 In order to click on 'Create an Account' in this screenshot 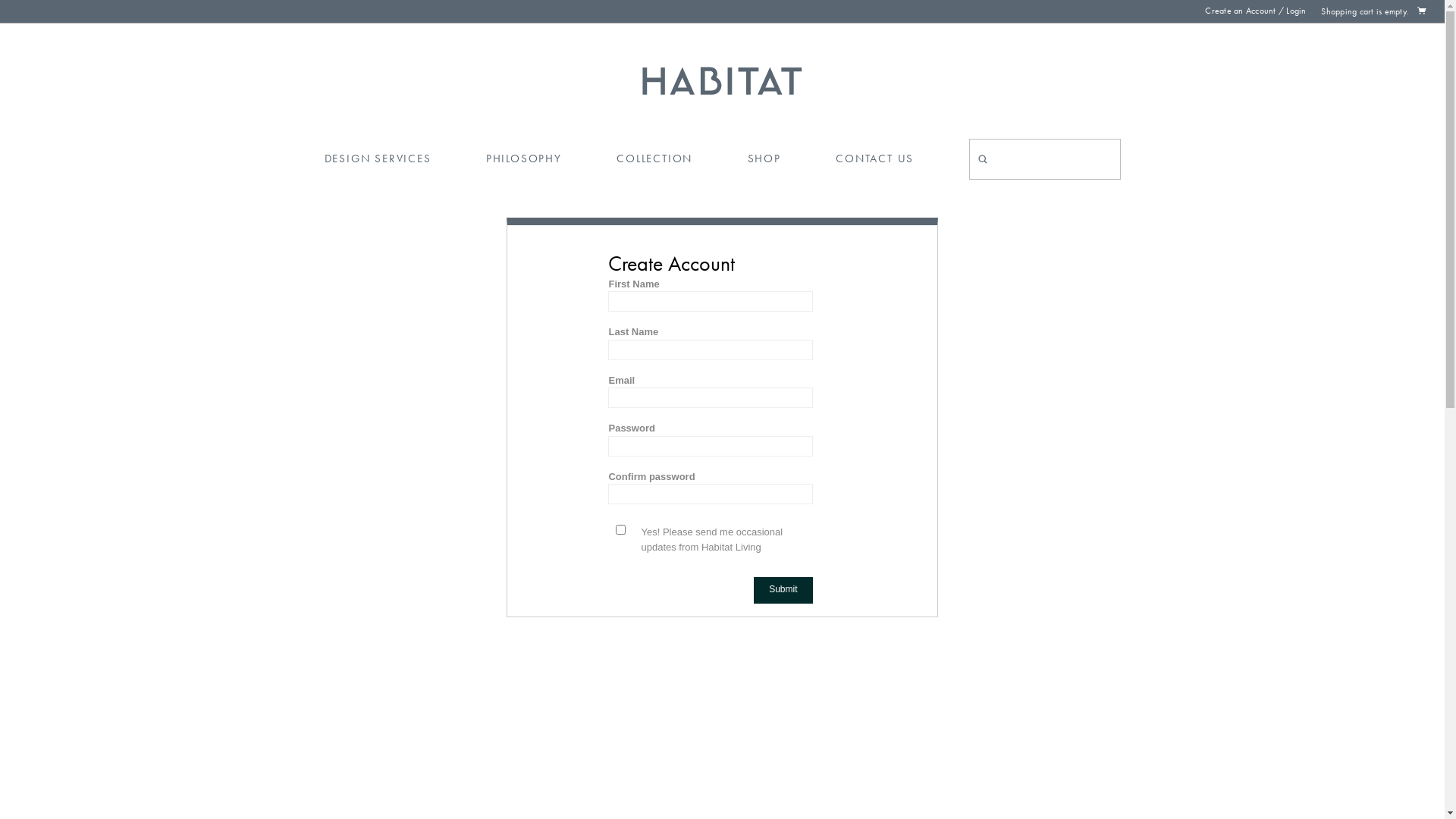, I will do `click(1240, 11)`.